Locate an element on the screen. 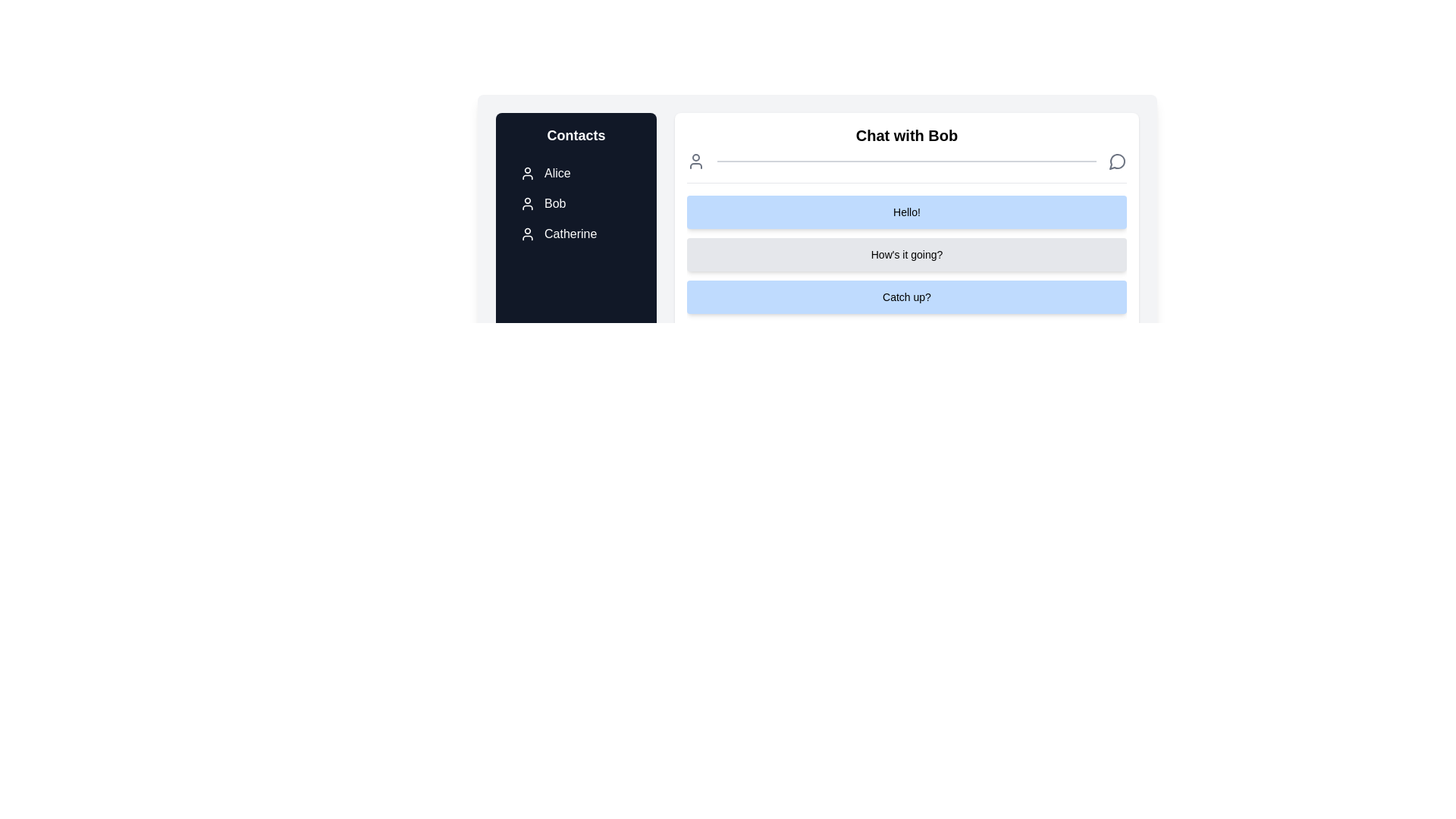 This screenshot has height=819, width=1456. the visual separator element located centrally between the user icon and speech bubble icon, which serves as a structural divider within the interface is located at coordinates (906, 161).